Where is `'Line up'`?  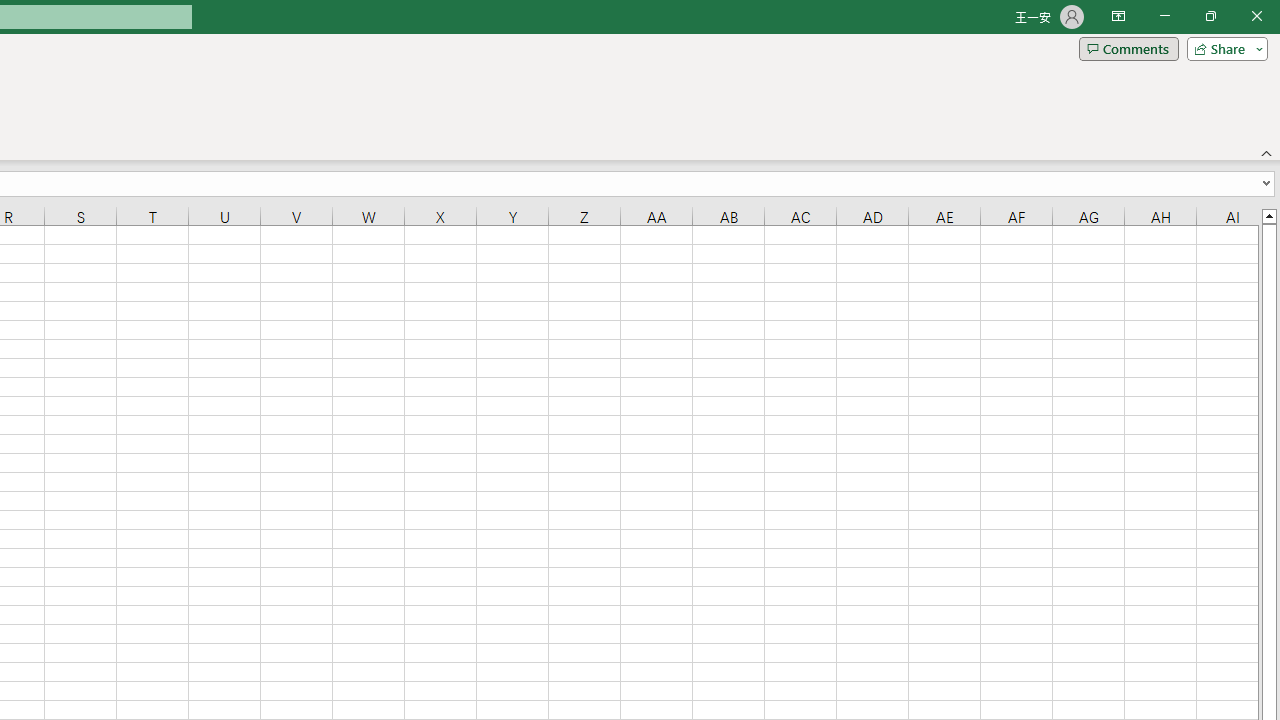
'Line up' is located at coordinates (1268, 215).